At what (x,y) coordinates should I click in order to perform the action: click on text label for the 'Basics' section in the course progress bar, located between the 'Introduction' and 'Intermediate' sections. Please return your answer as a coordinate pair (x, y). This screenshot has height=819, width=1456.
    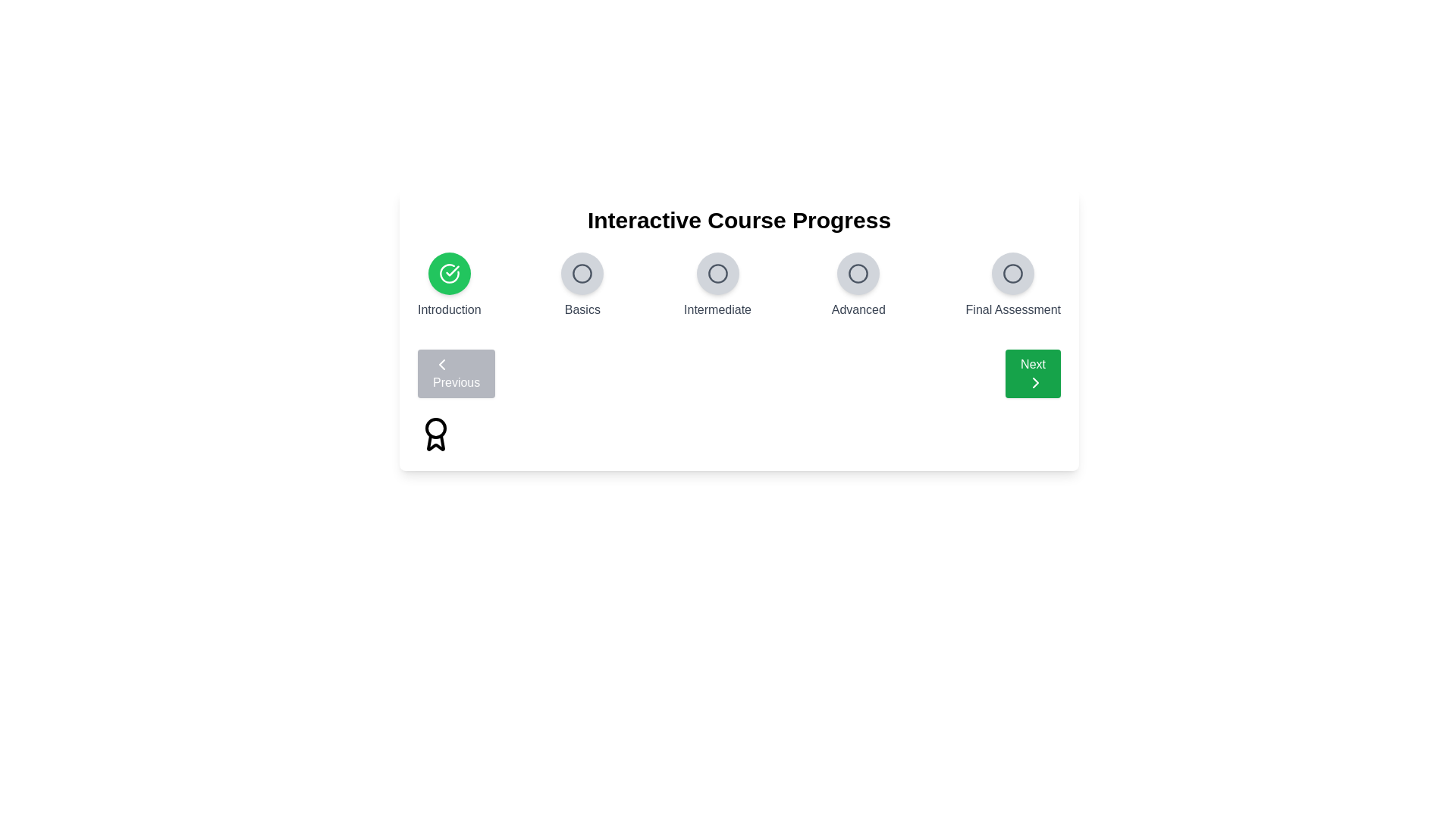
    Looking at the image, I should click on (582, 309).